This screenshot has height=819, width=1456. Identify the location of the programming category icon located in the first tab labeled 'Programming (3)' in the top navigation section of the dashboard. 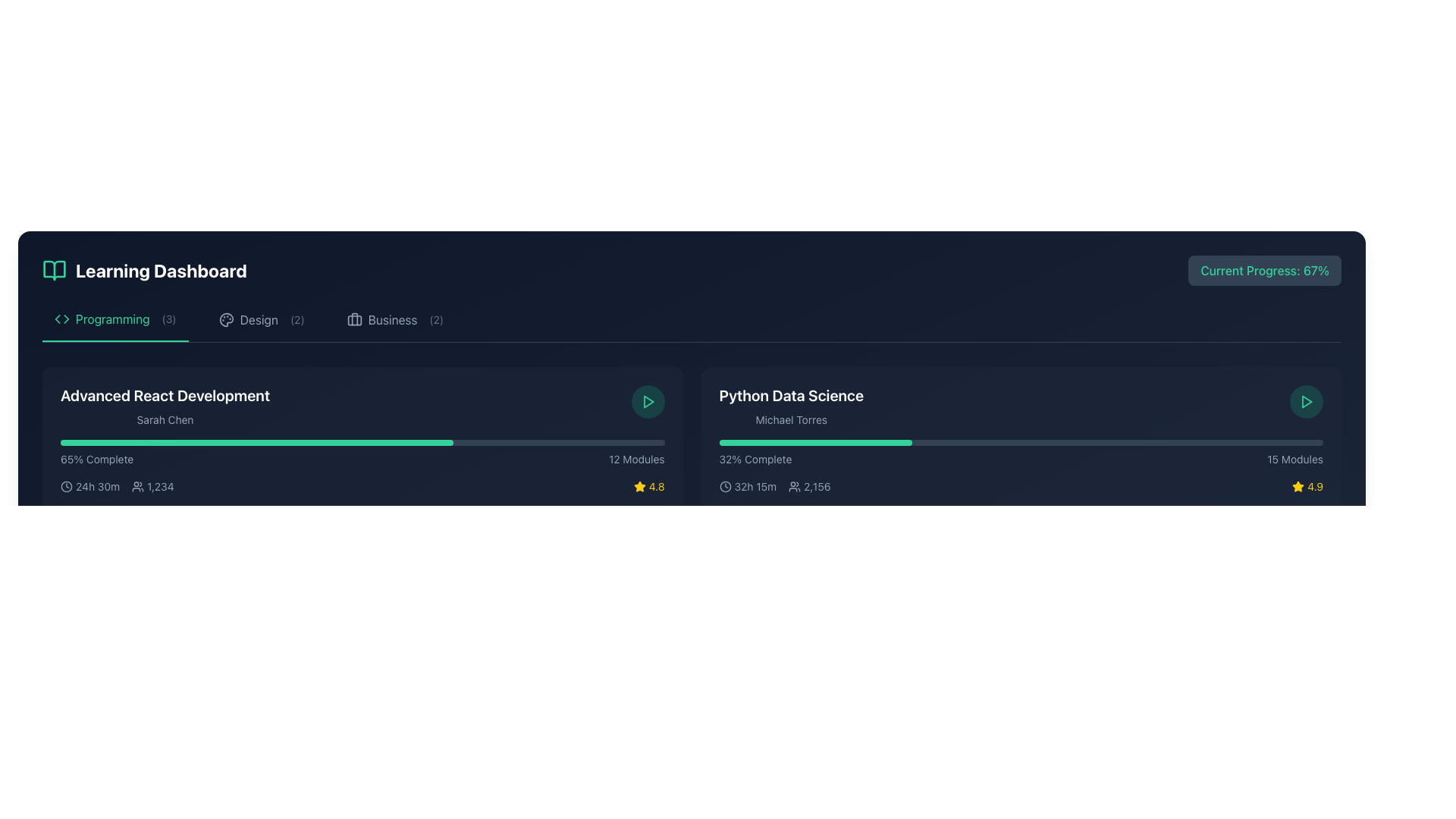
(61, 318).